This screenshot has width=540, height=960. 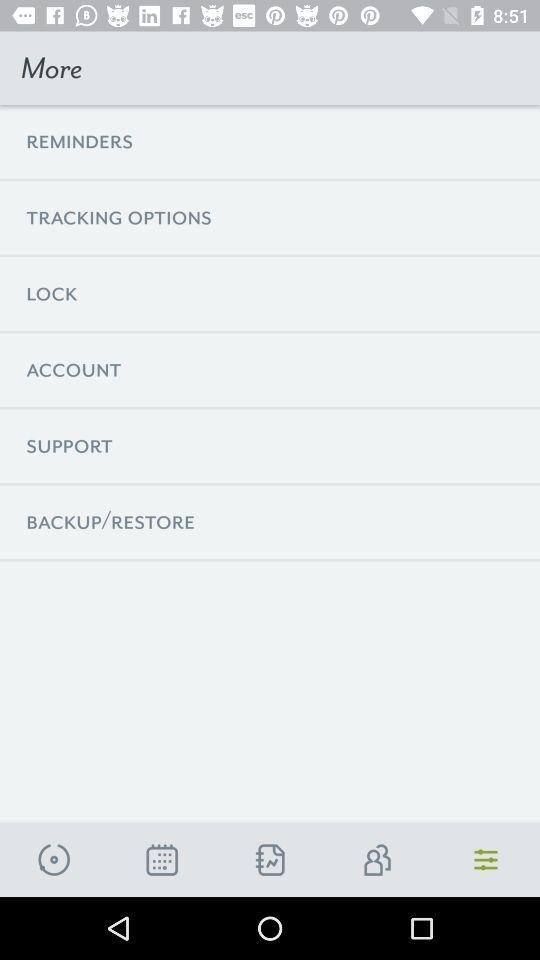 I want to click on to friends list, so click(x=378, y=859).